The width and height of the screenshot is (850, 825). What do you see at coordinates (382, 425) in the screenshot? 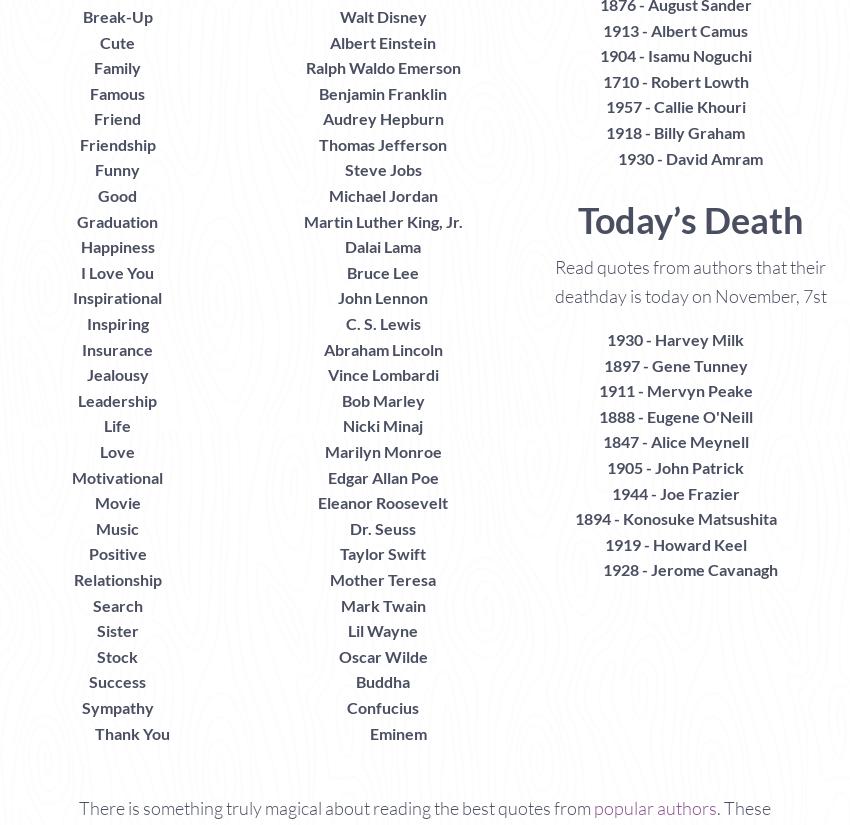
I see `'Nicki Minaj'` at bounding box center [382, 425].